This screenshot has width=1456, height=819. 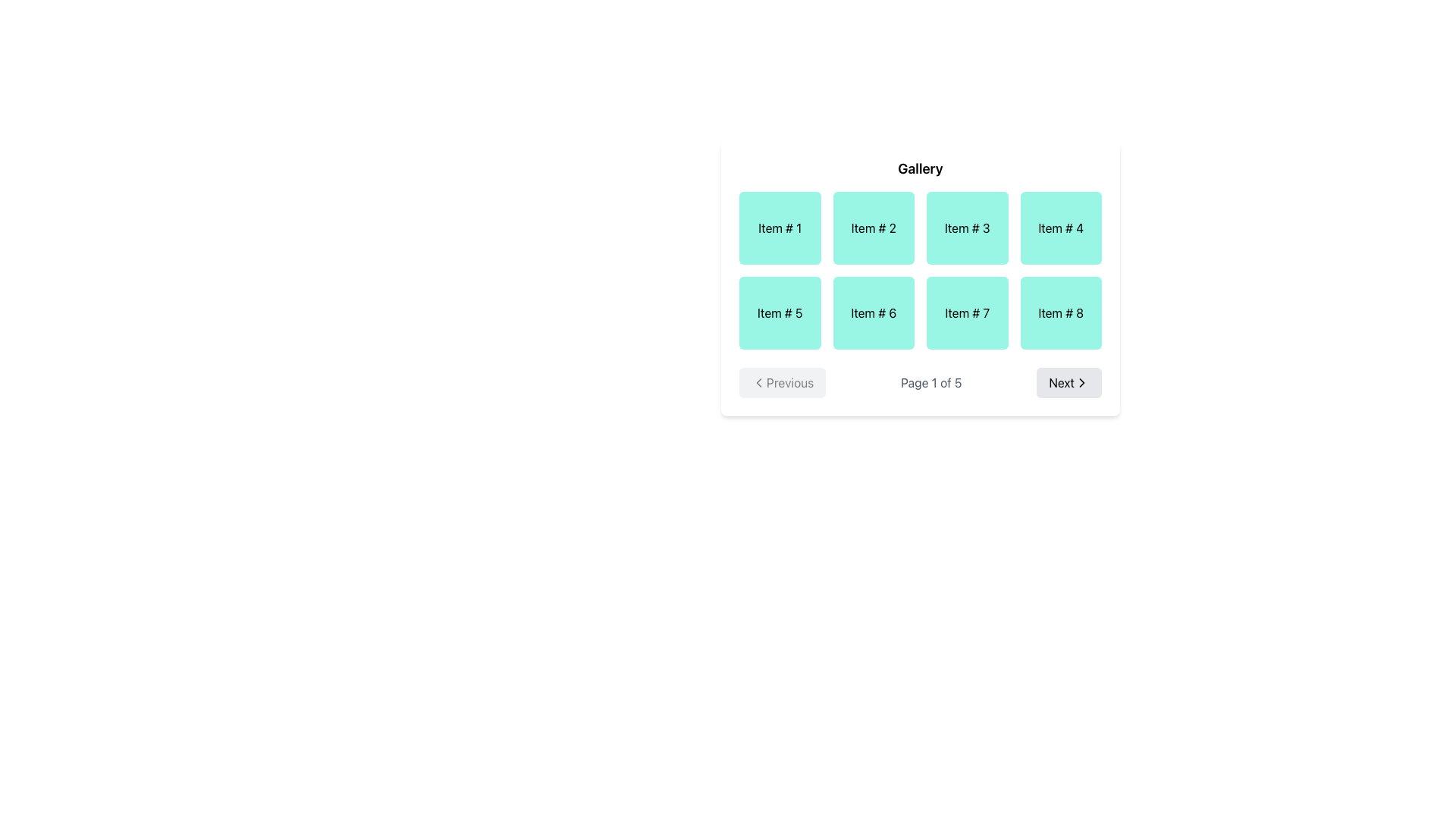 What do you see at coordinates (780, 312) in the screenshot?
I see `the text label displaying 'Item # 5', which is styled with bold black text on a light teal background and located in the fifth item card in the grid under the 'Gallery' title` at bounding box center [780, 312].